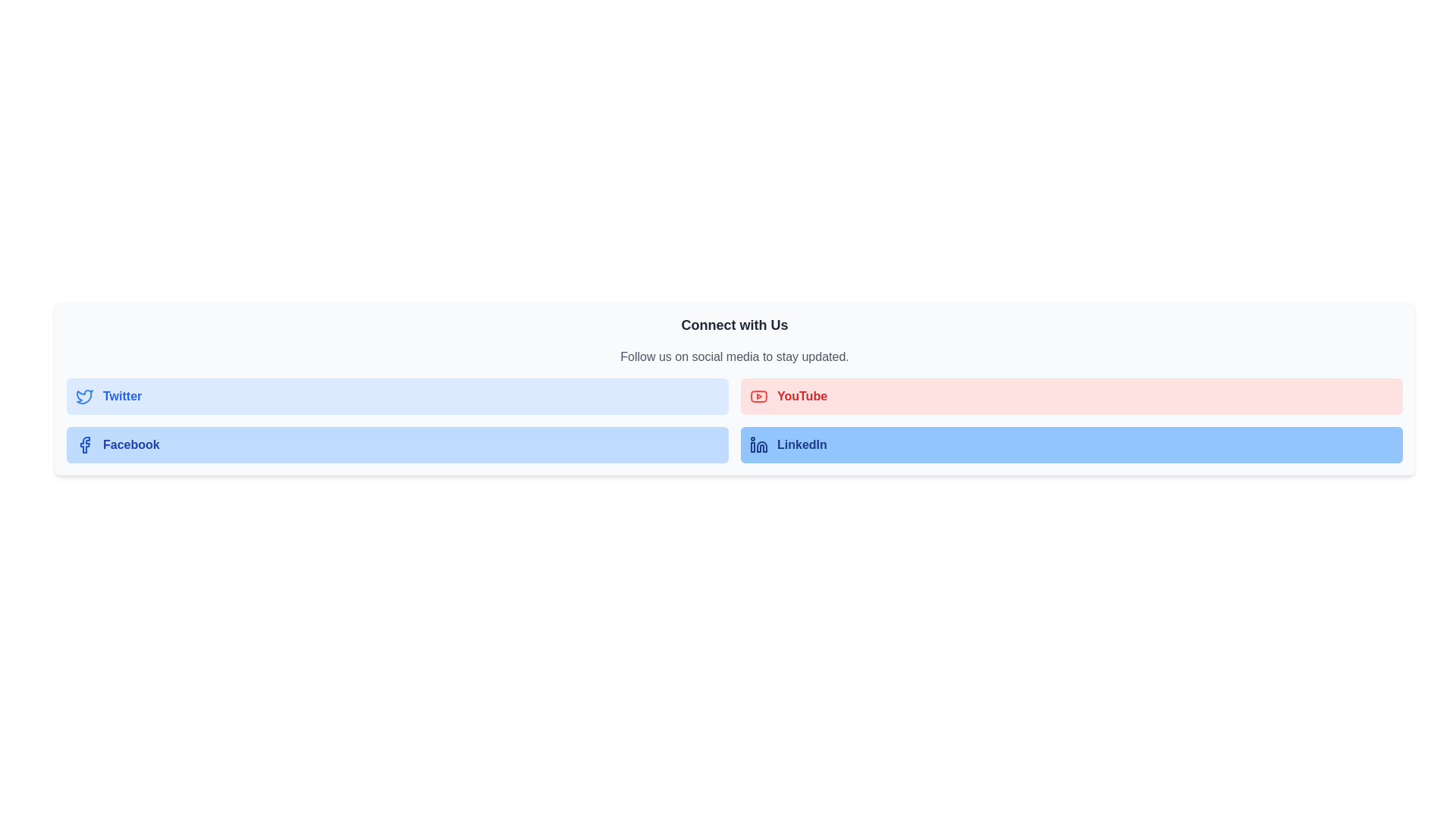  Describe the element at coordinates (801, 444) in the screenshot. I see `text element displaying 'LinkedIn' in bold blue font, located in the bottom-right corner of the social media connectivity links section` at that location.